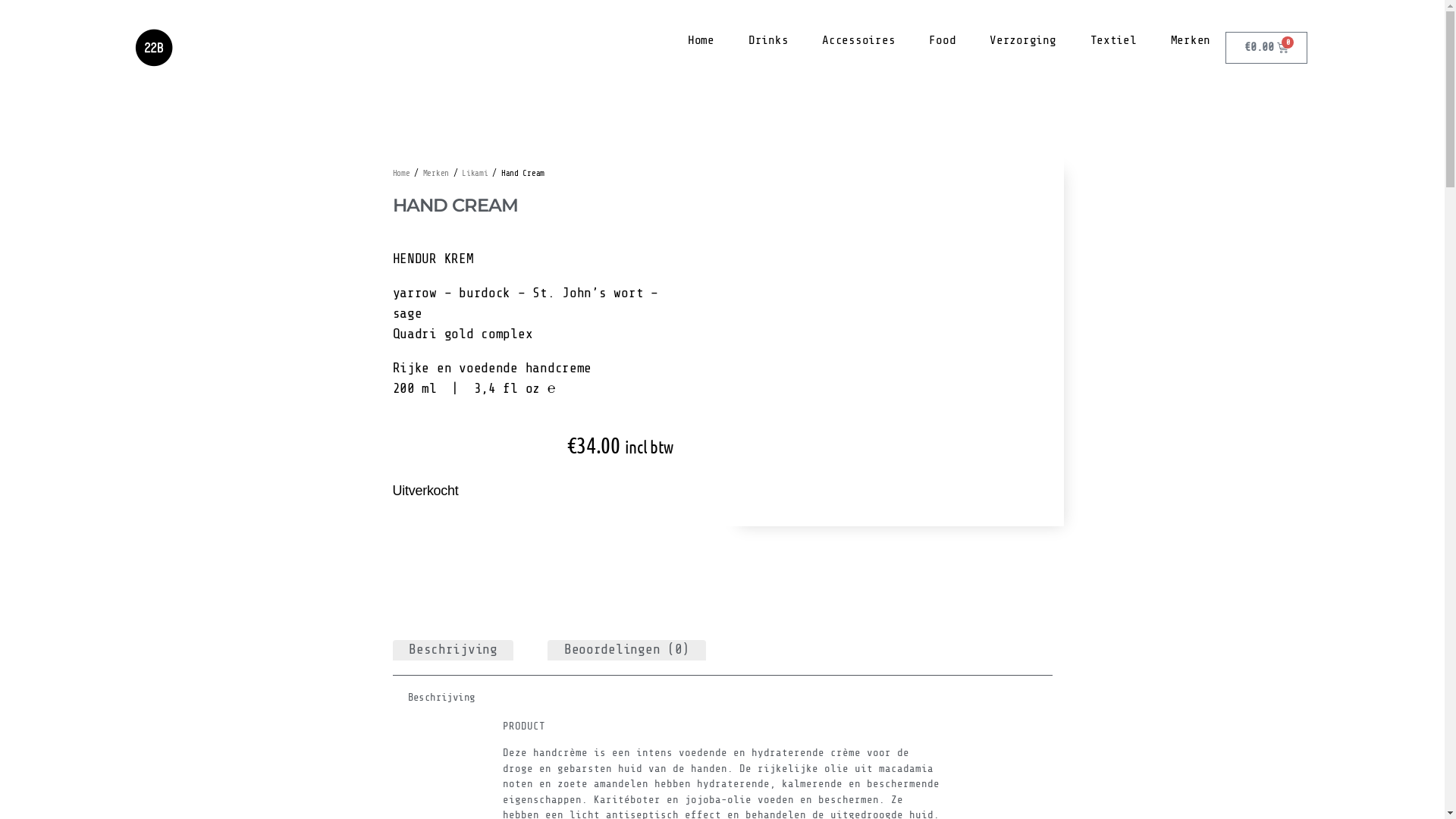  I want to click on 'Food', so click(941, 39).